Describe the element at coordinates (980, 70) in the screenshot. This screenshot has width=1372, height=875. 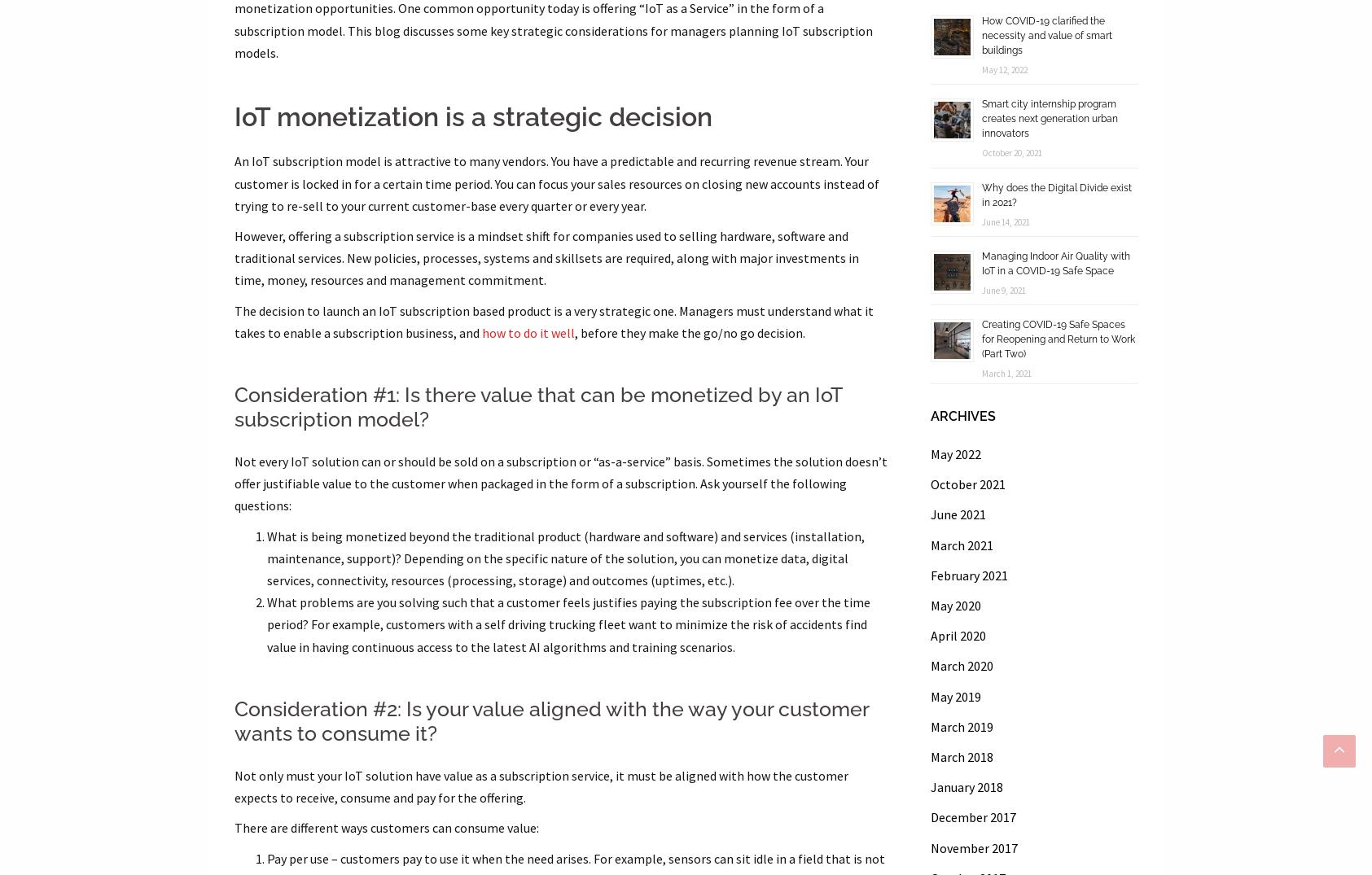
I see `'May 12, 2022'` at that location.